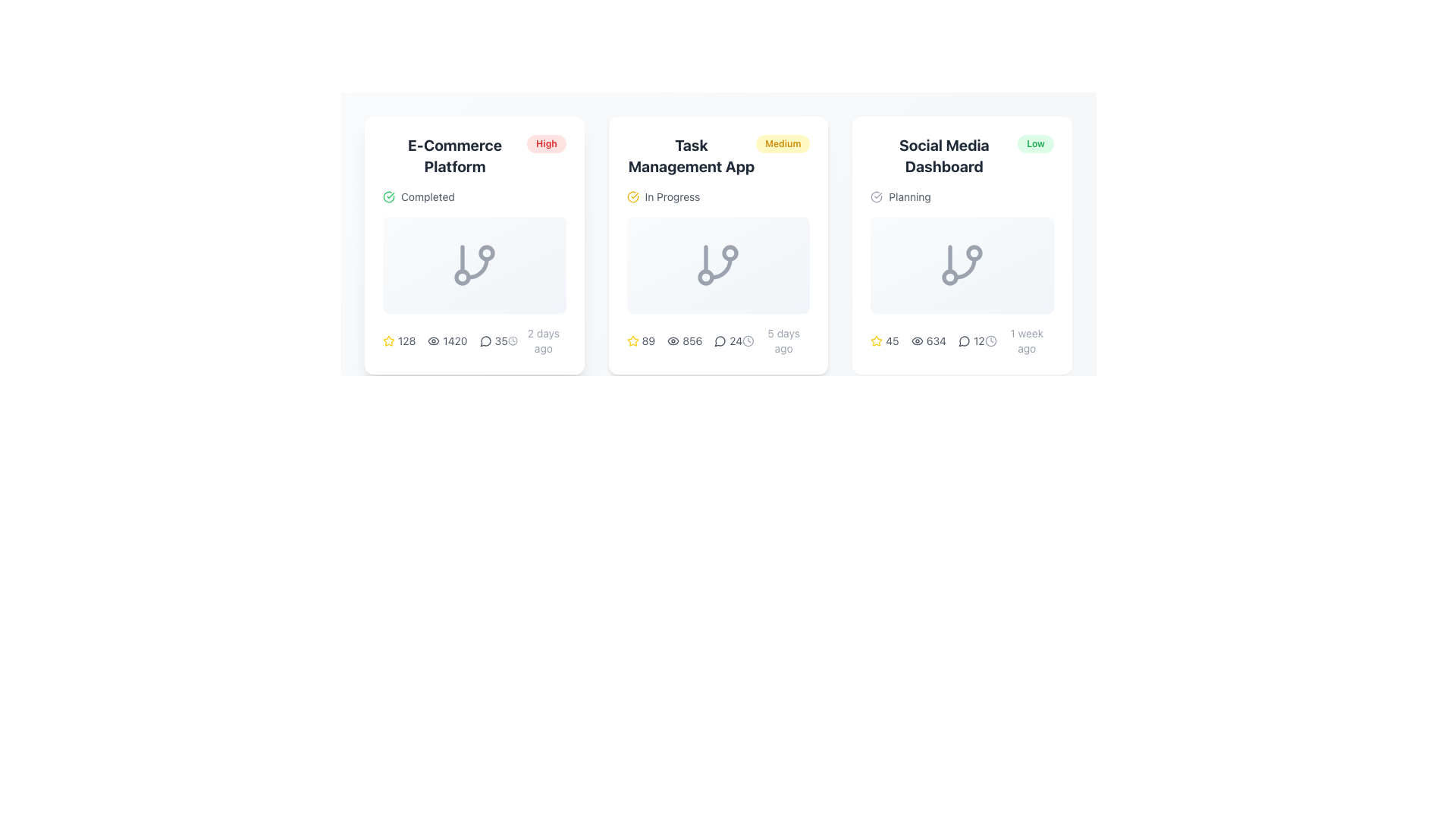 The width and height of the screenshot is (1456, 819). Describe the element at coordinates (776, 341) in the screenshot. I see `the Timestamp indicator with an icon that indicates '5 days ago', located at the bottom of the second card in the Task Management App` at that location.